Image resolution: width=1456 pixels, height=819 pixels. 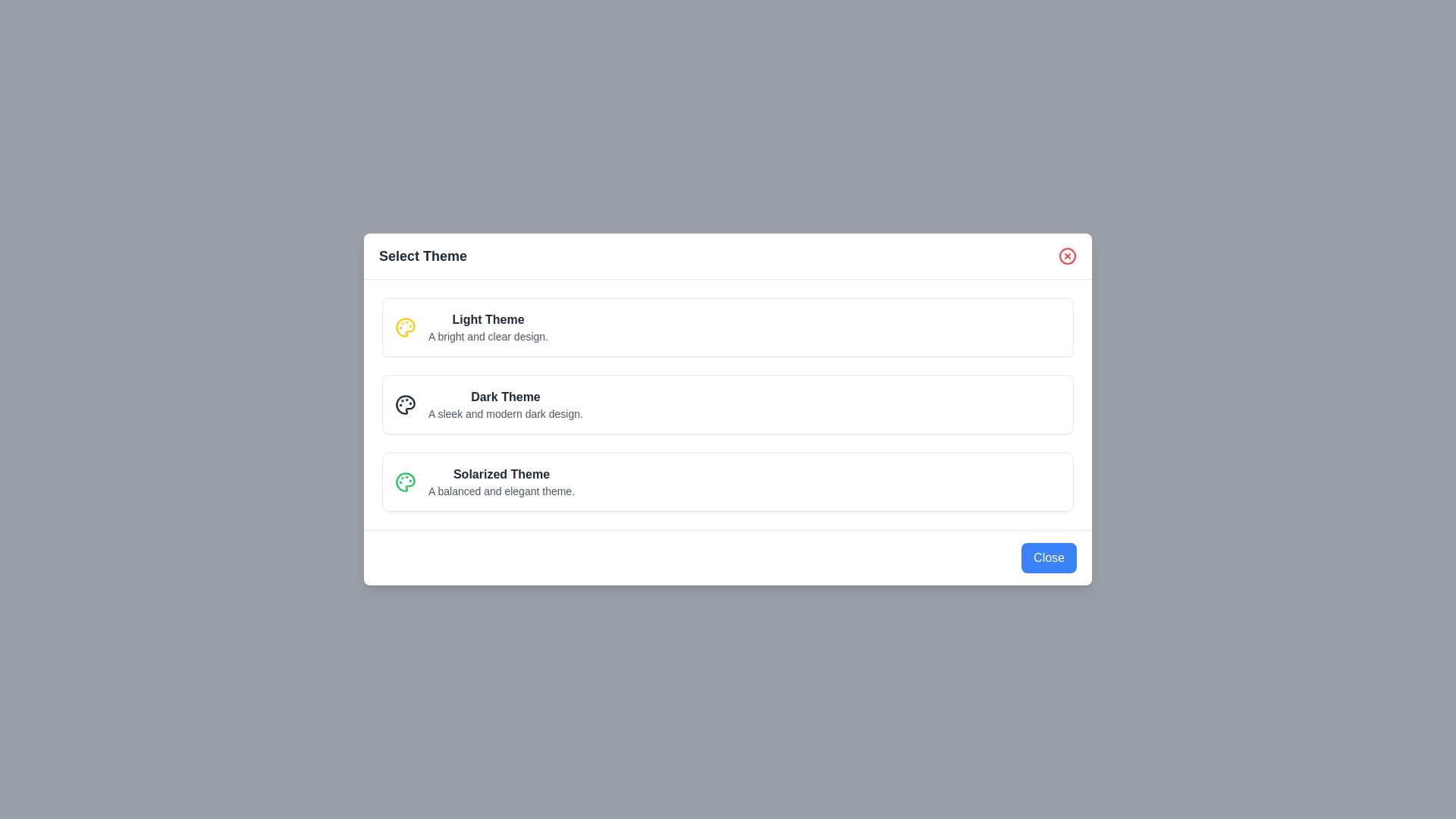 I want to click on the close button to close the dialog, so click(x=1066, y=256).